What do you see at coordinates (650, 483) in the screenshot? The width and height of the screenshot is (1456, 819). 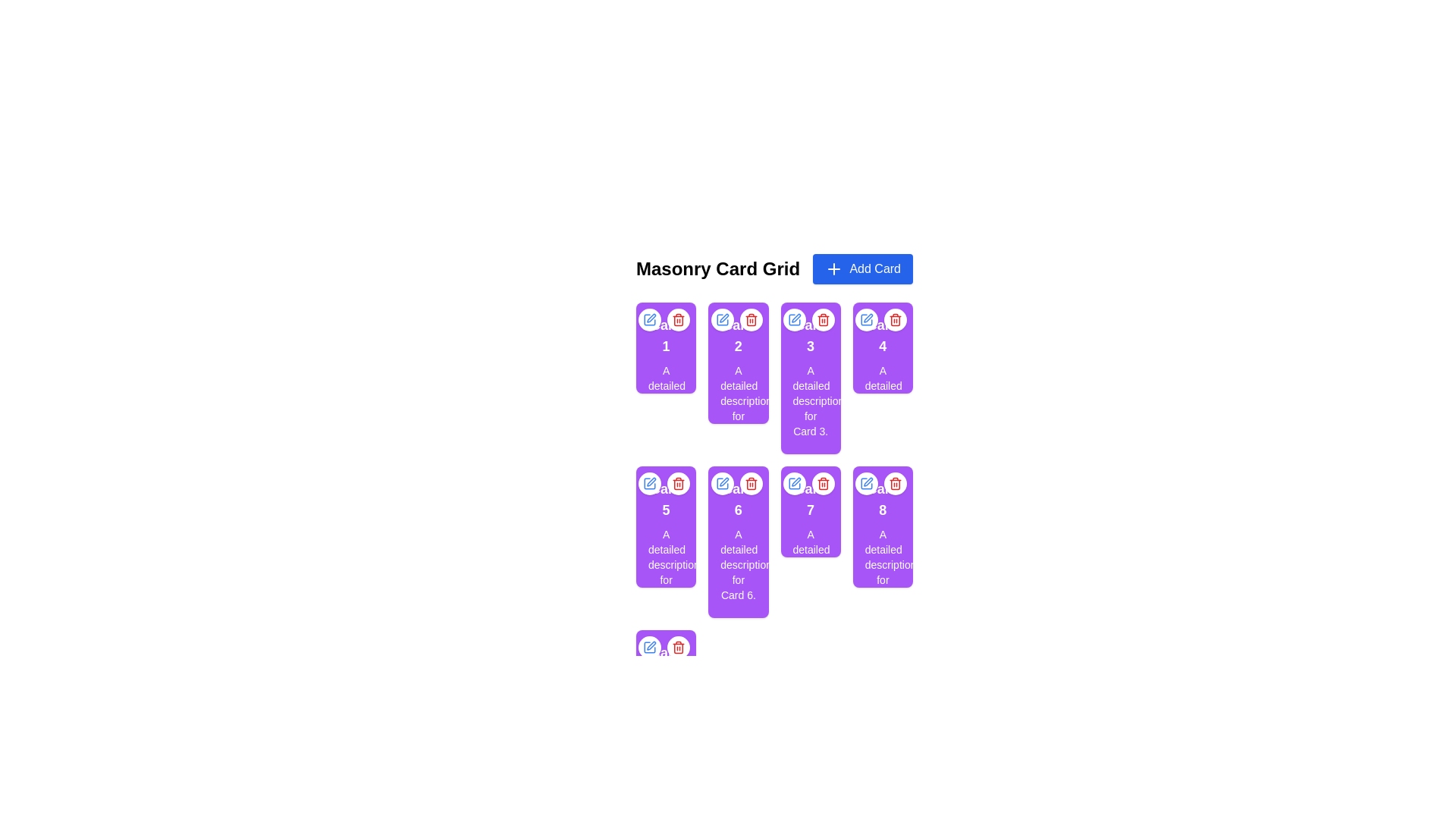 I see `the circular edit button with a pen icon in the top-right corner of the card labeled '5'` at bounding box center [650, 483].